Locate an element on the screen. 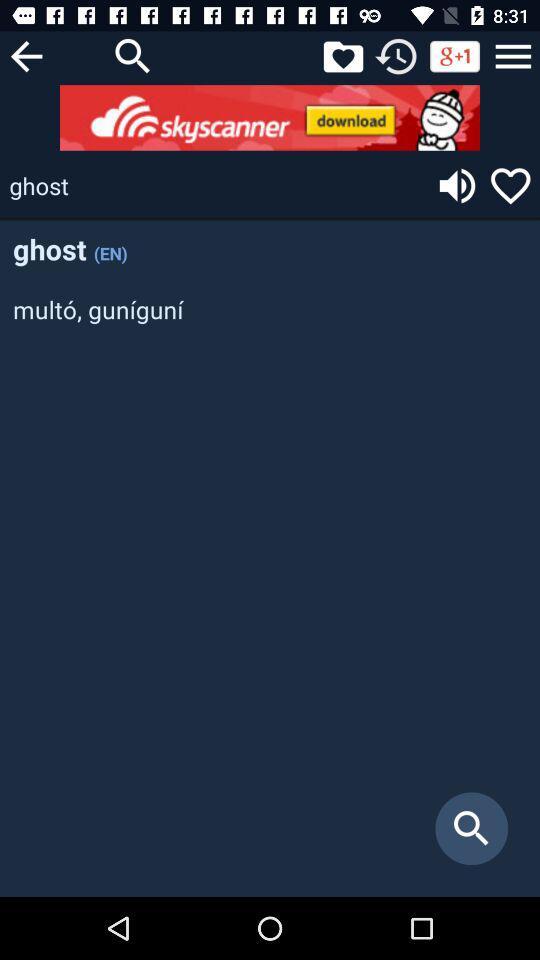 The width and height of the screenshot is (540, 960). switch like option is located at coordinates (510, 185).